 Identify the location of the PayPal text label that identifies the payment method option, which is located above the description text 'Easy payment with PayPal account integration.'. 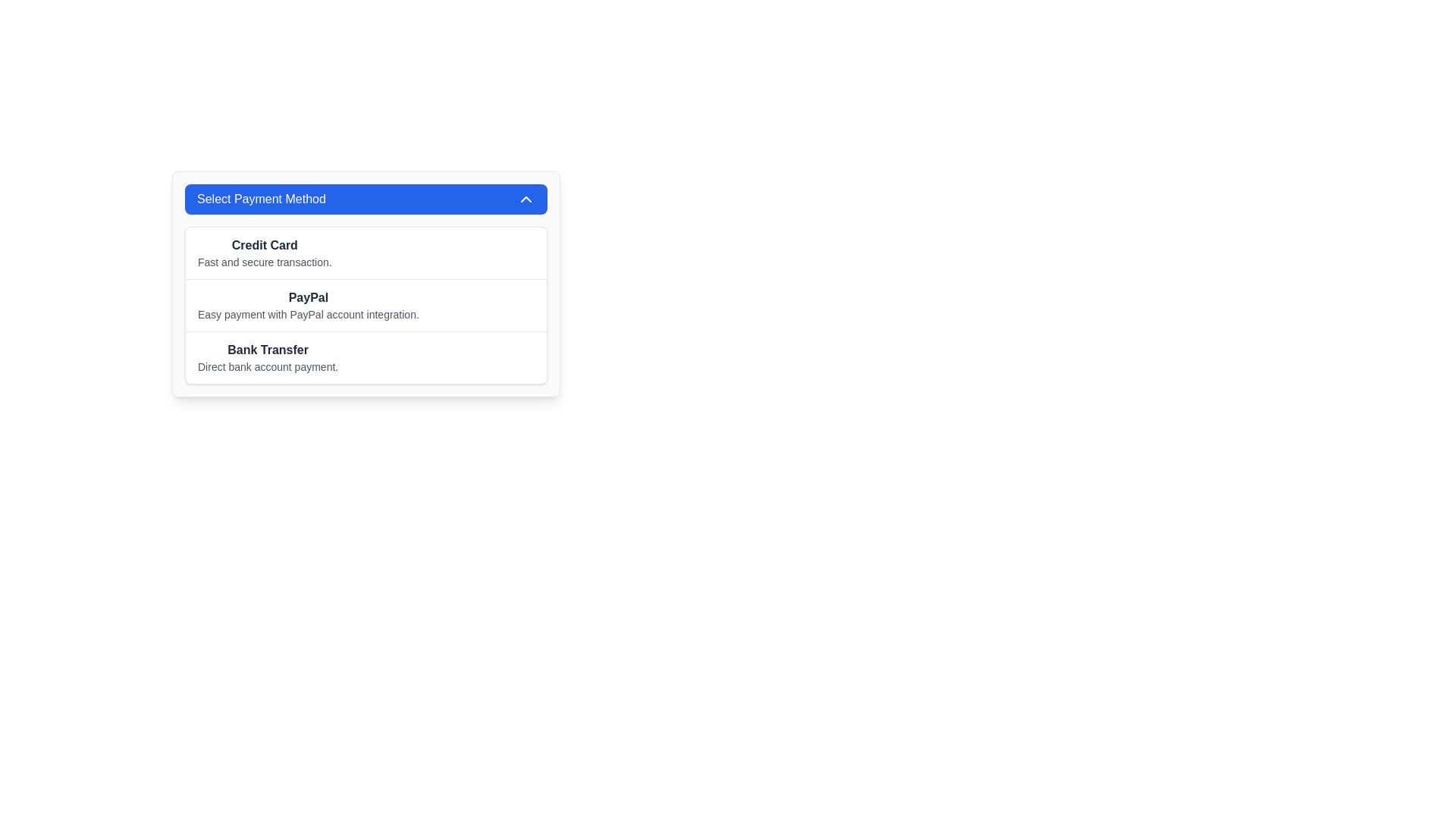
(307, 297).